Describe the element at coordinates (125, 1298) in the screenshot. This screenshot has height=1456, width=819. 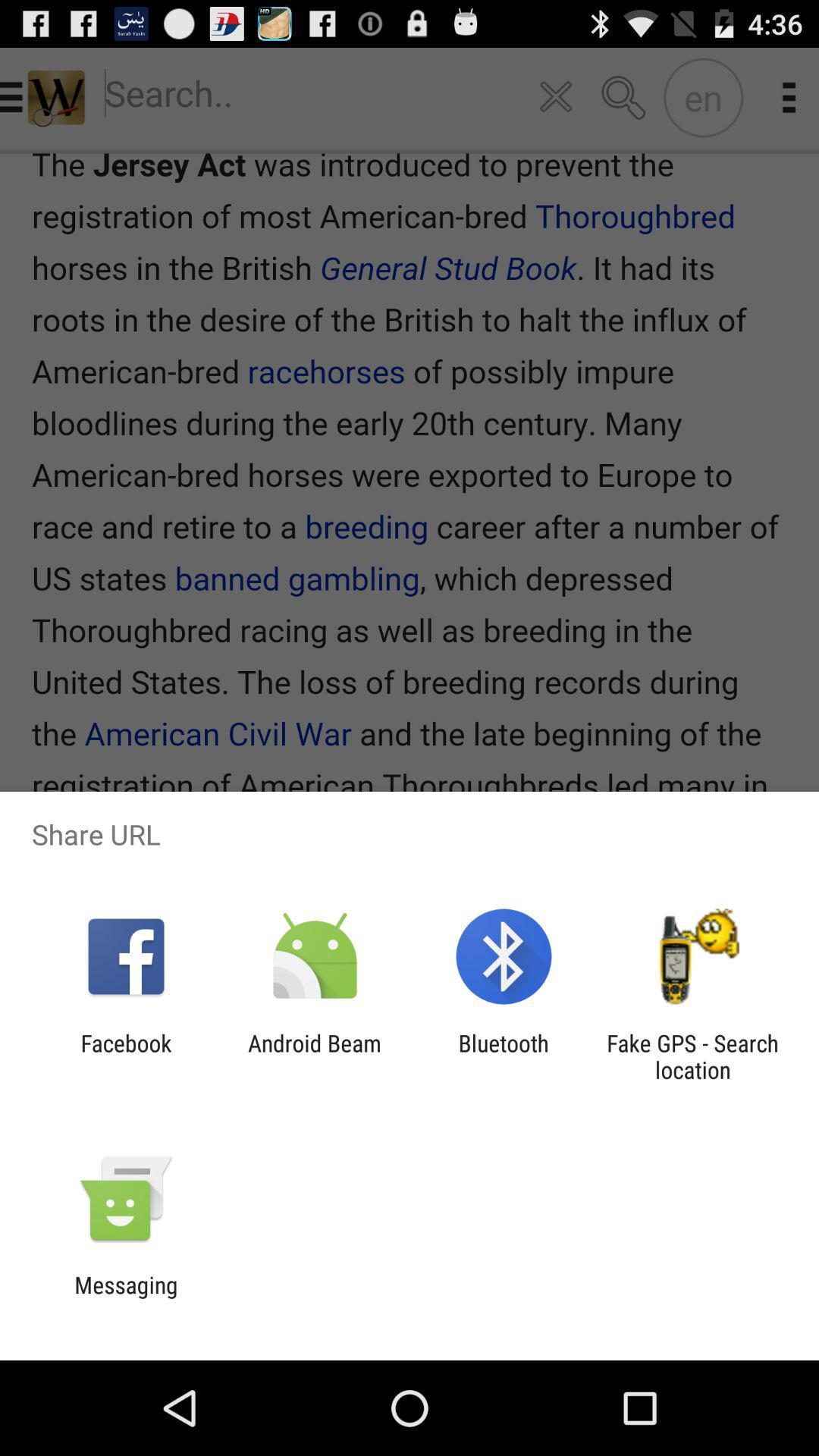
I see `the messaging item` at that location.